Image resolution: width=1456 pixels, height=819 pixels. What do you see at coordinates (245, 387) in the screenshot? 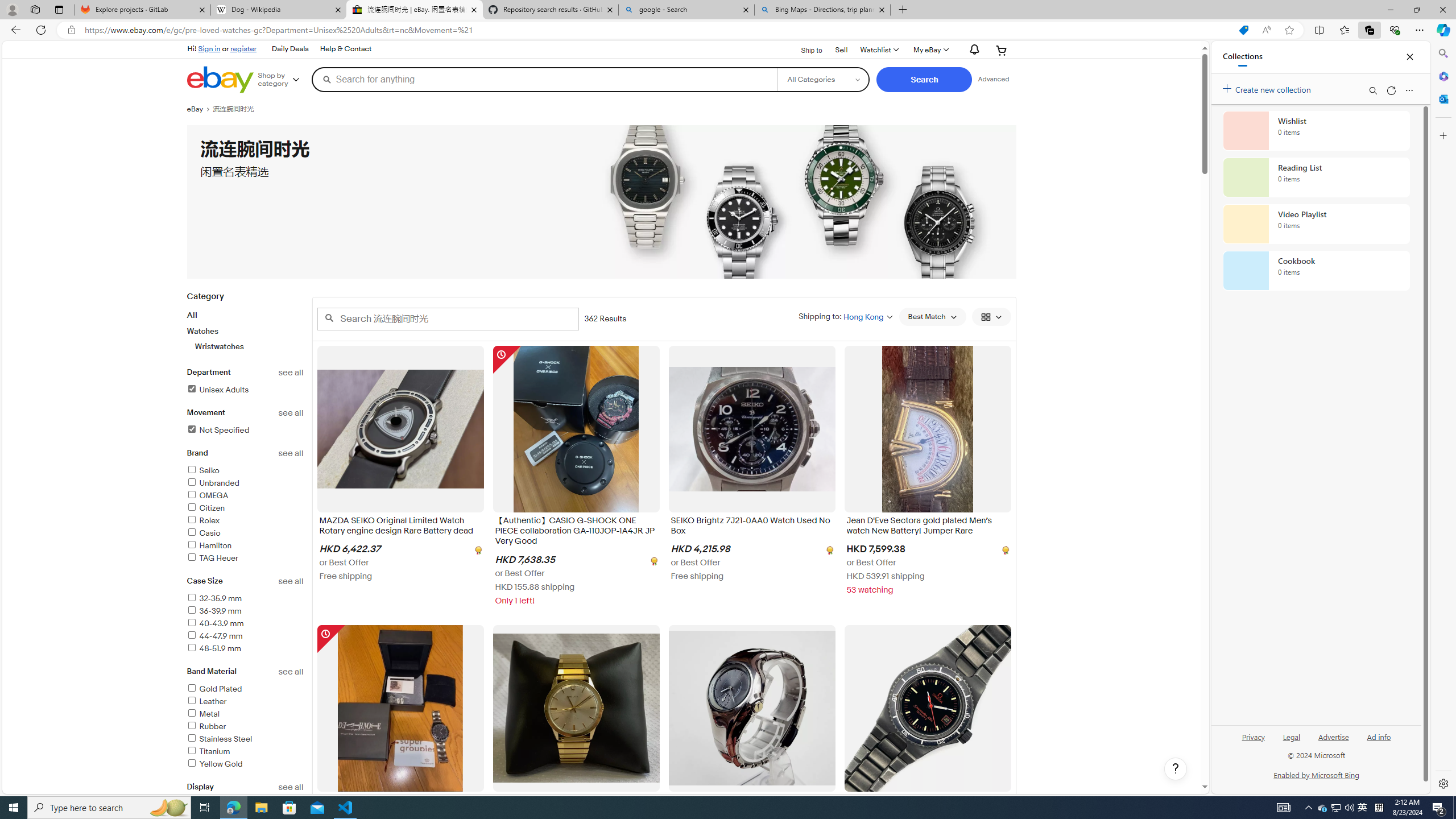
I see `'Departmentsee allUnisex AdultsFilter Applied'` at bounding box center [245, 387].